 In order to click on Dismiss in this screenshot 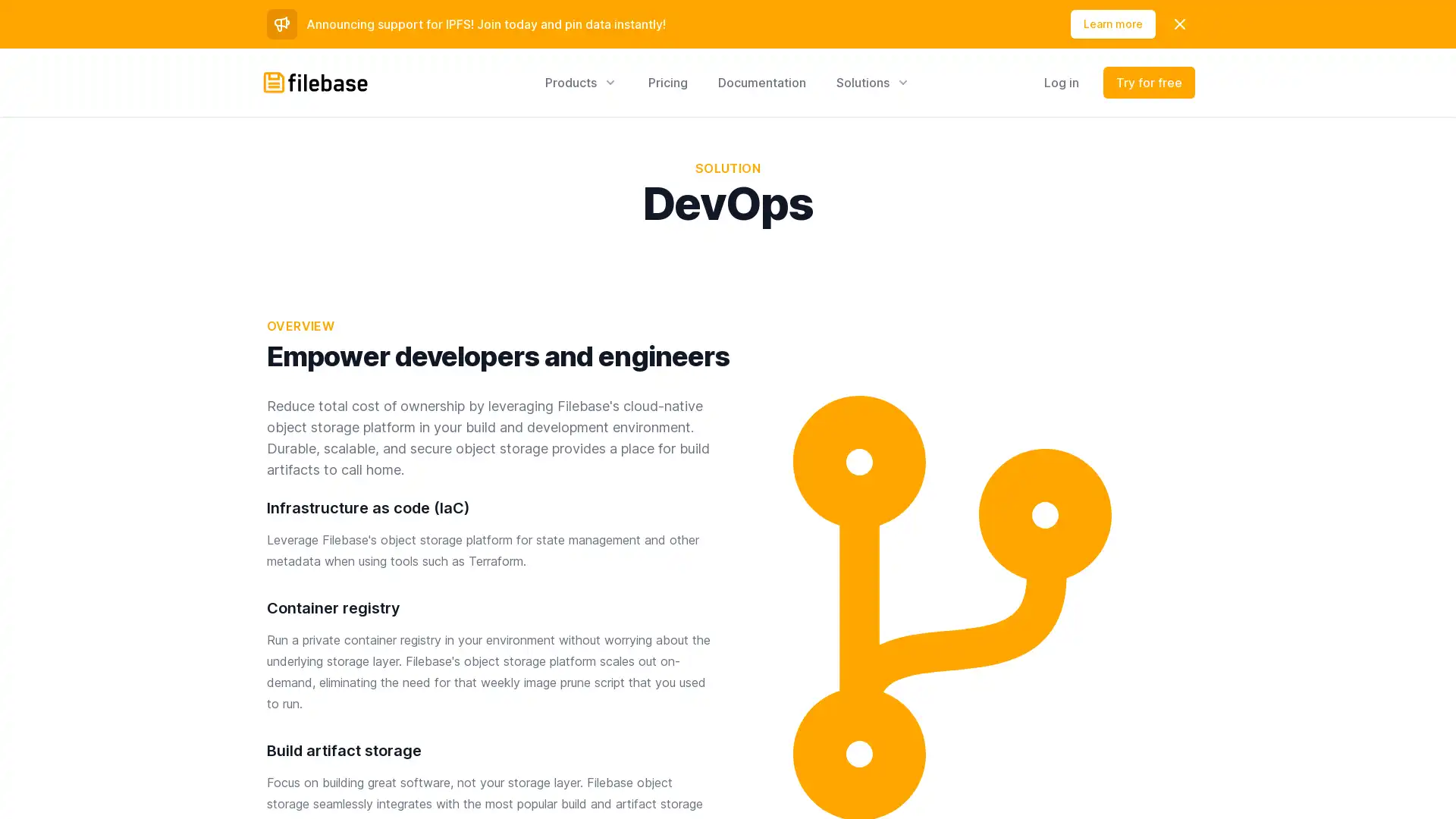, I will do `click(1178, 24)`.